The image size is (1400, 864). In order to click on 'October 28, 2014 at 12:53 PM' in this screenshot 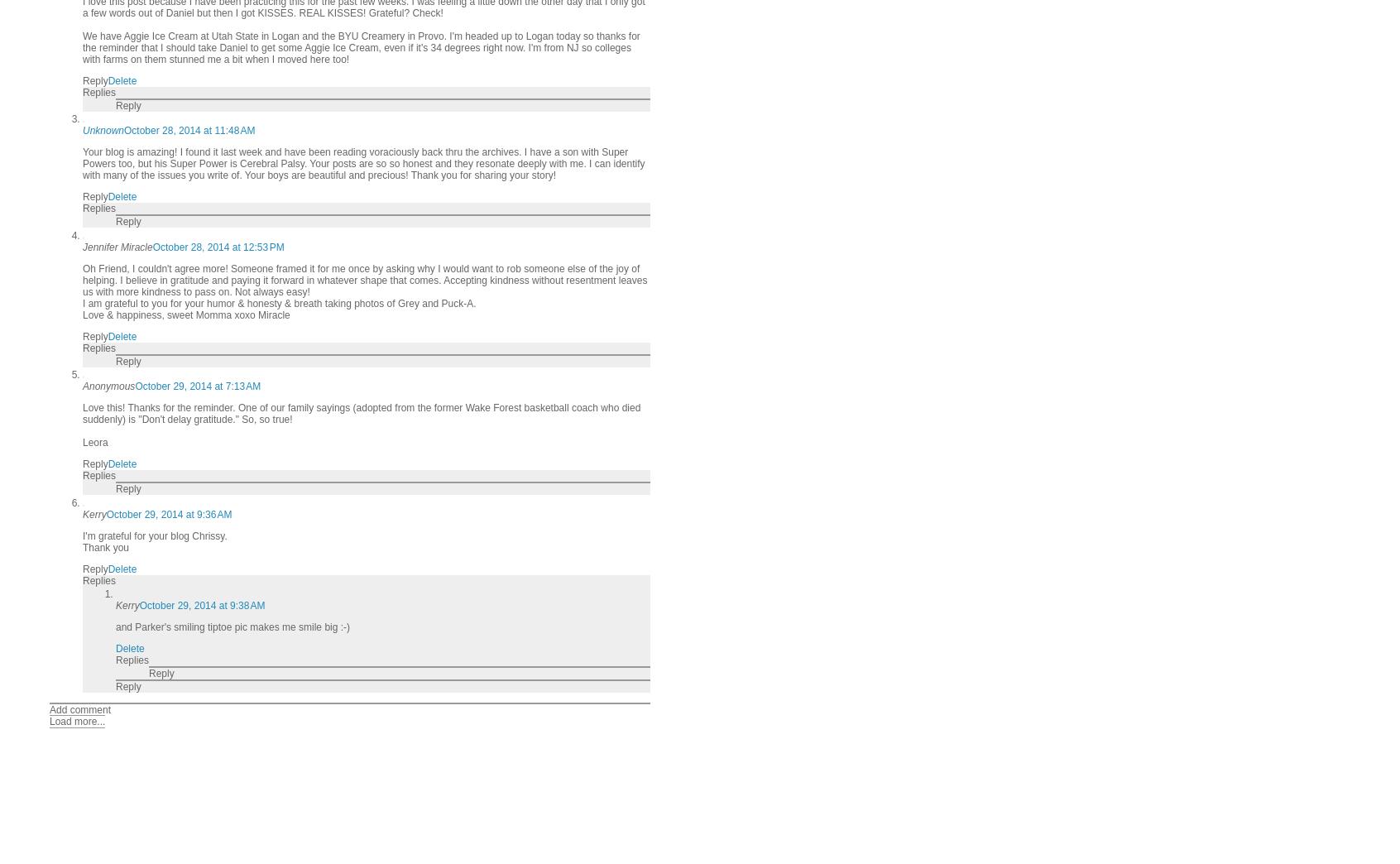, I will do `click(218, 245)`.